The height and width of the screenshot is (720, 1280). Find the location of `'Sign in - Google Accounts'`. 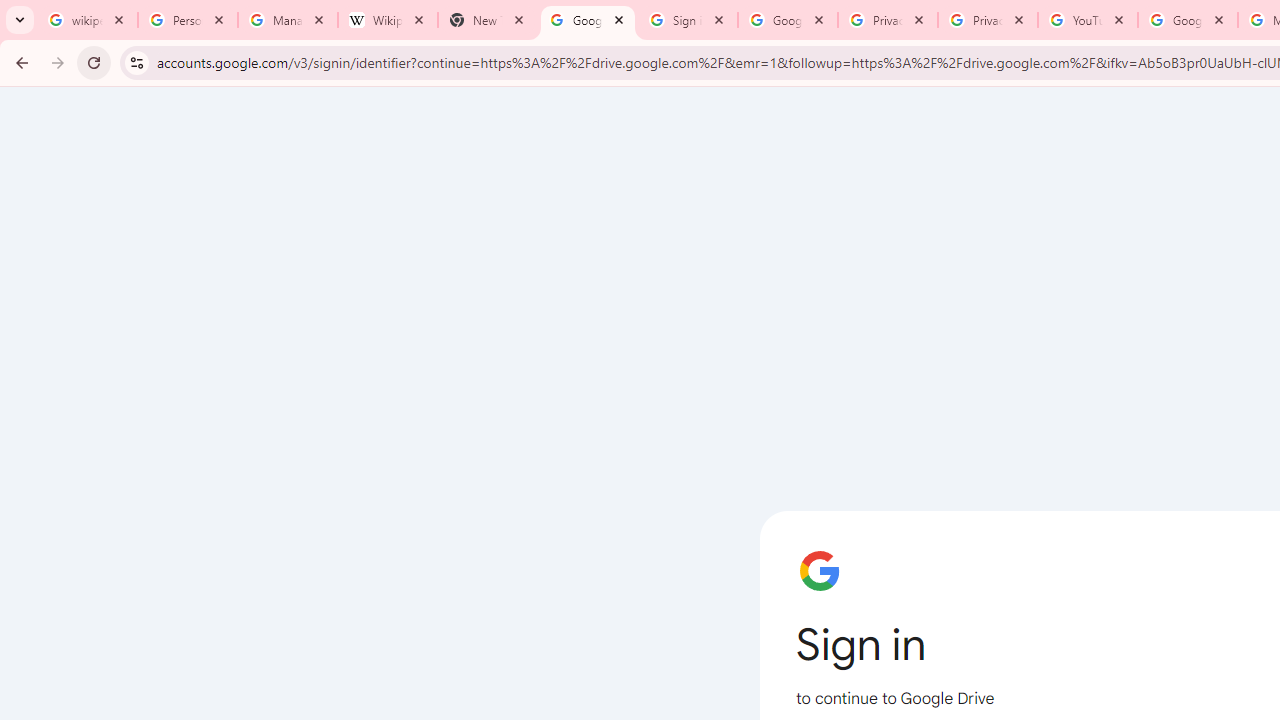

'Sign in - Google Accounts' is located at coordinates (688, 20).